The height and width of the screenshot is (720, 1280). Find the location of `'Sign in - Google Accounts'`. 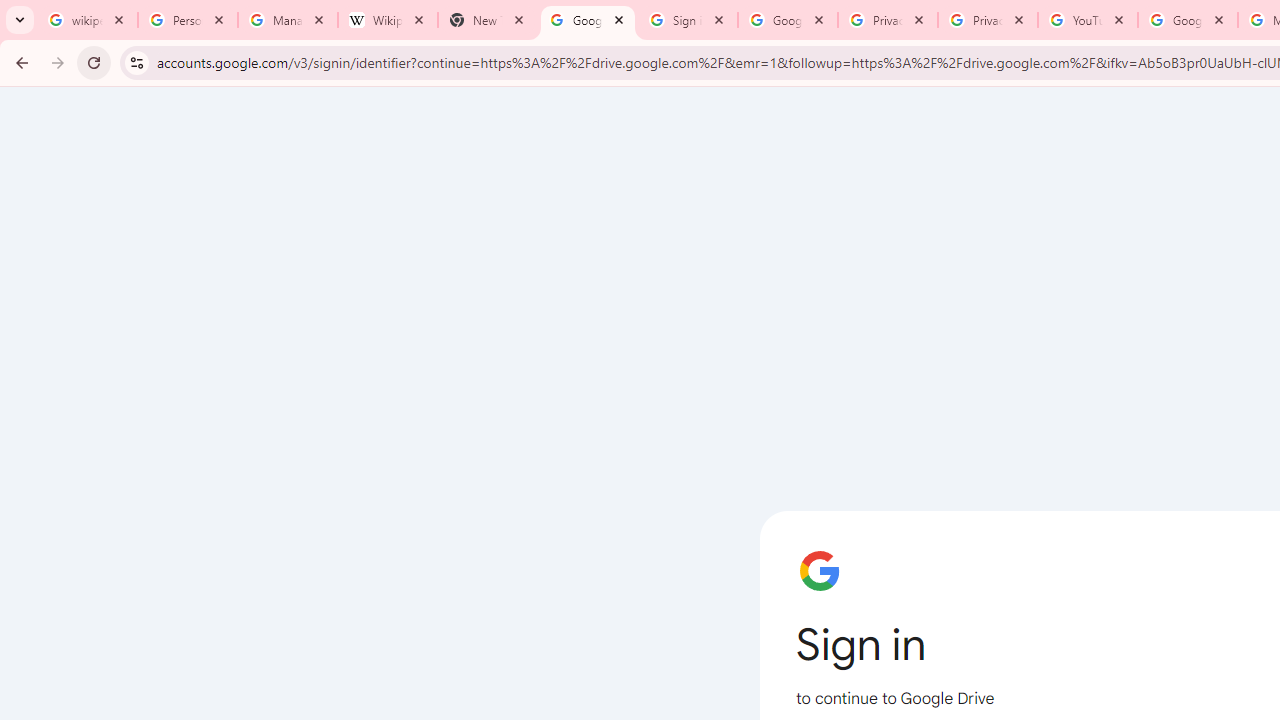

'Sign in - Google Accounts' is located at coordinates (688, 20).